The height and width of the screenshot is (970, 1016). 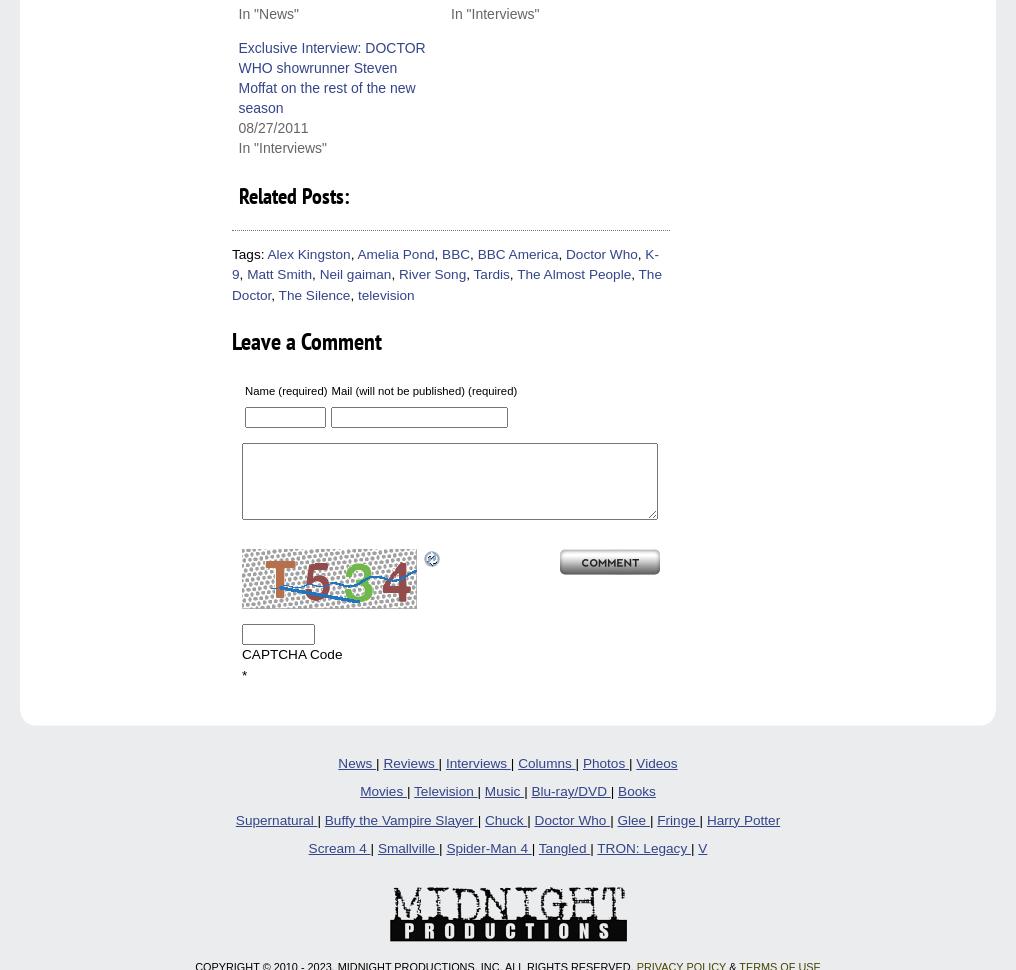 I want to click on 'Interviews', so click(x=444, y=761).